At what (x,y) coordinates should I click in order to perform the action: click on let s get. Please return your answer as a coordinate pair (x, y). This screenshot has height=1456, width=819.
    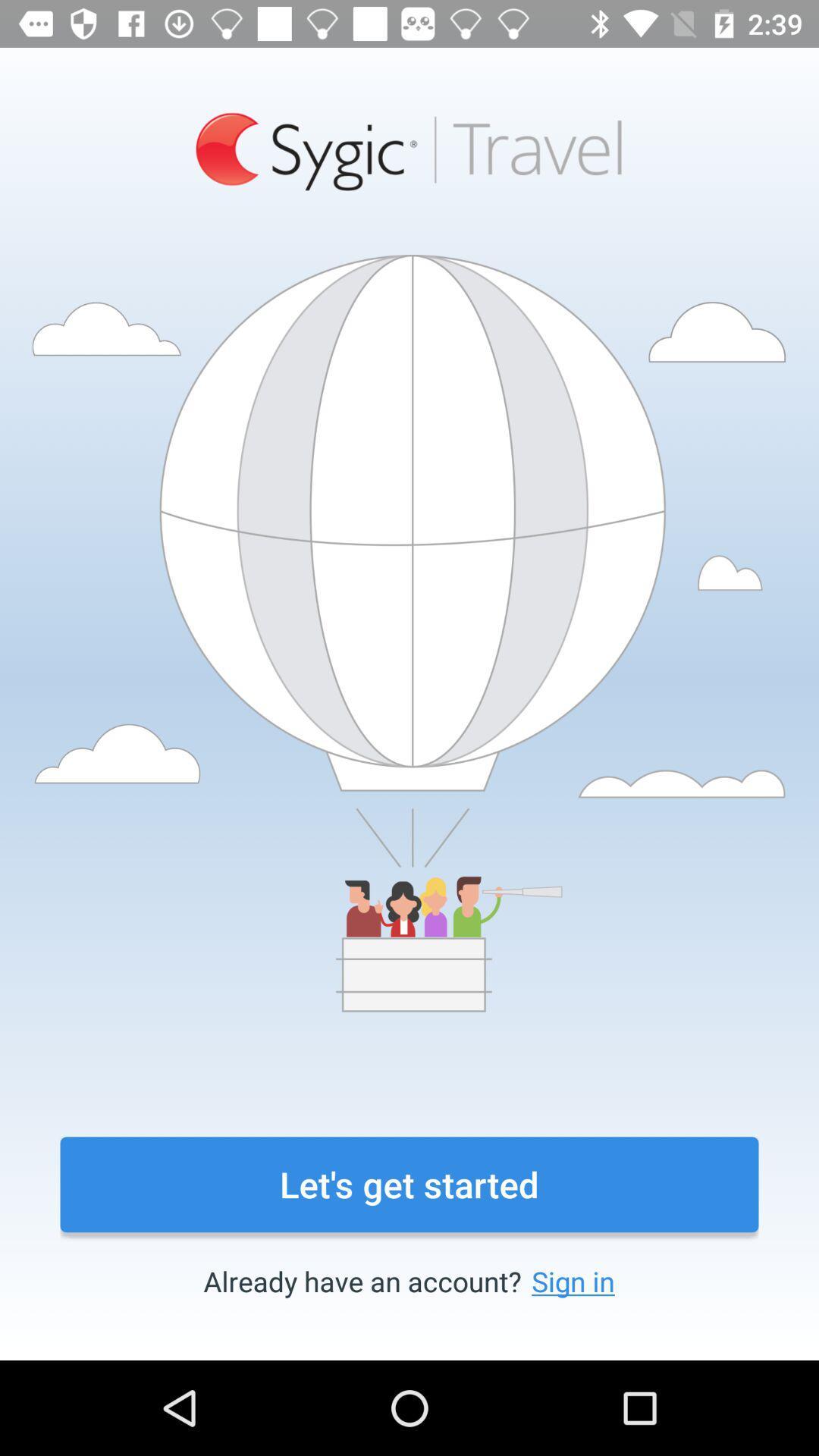
    Looking at the image, I should click on (409, 1184).